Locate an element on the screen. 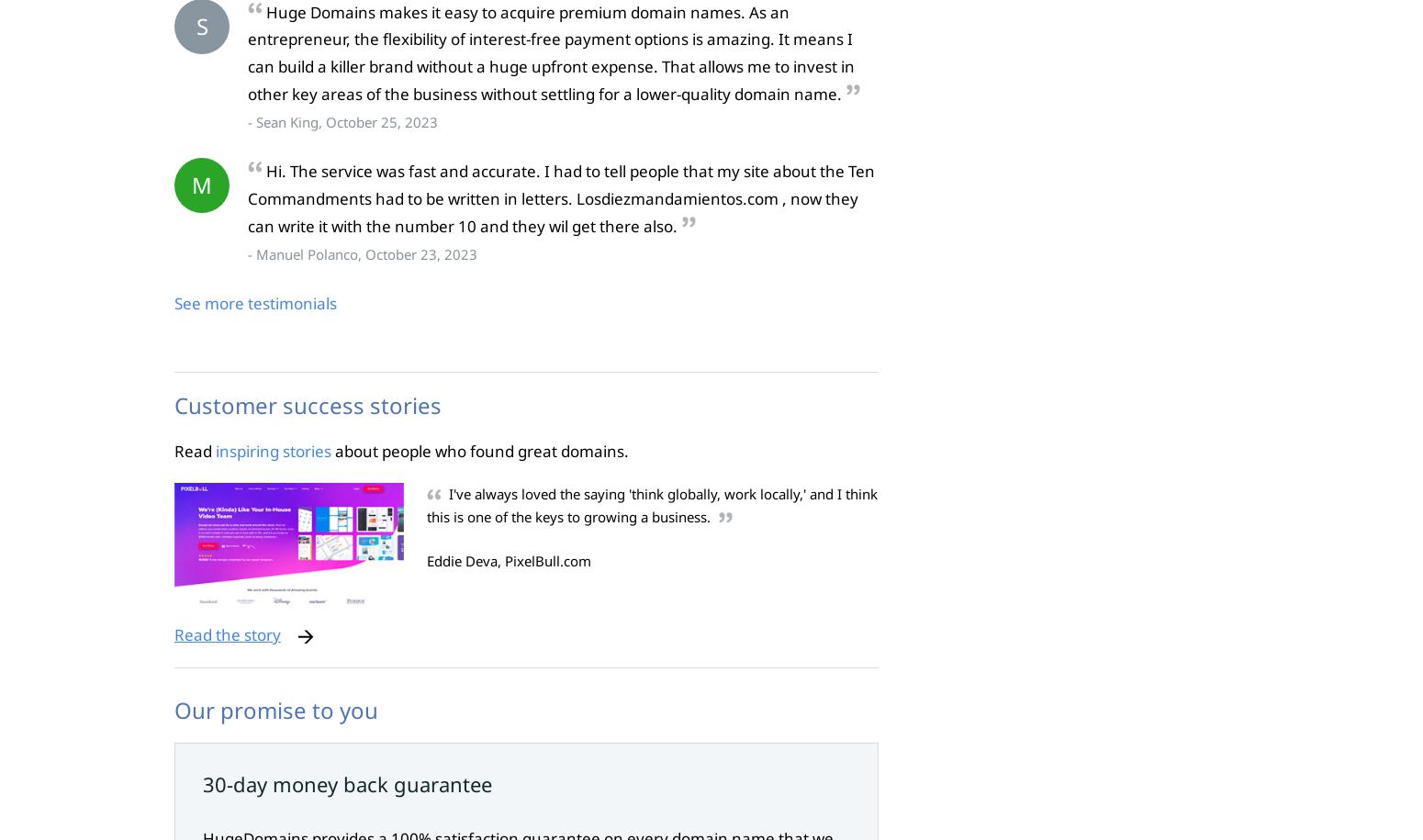  'Hi. The service was fast and accurate.
I had to tell people that my site about the Ten Commandments had to be written in letters. Losdiezmandamientos.com , now they can write it with the number 10 and they wil get there also.' is located at coordinates (248, 198).